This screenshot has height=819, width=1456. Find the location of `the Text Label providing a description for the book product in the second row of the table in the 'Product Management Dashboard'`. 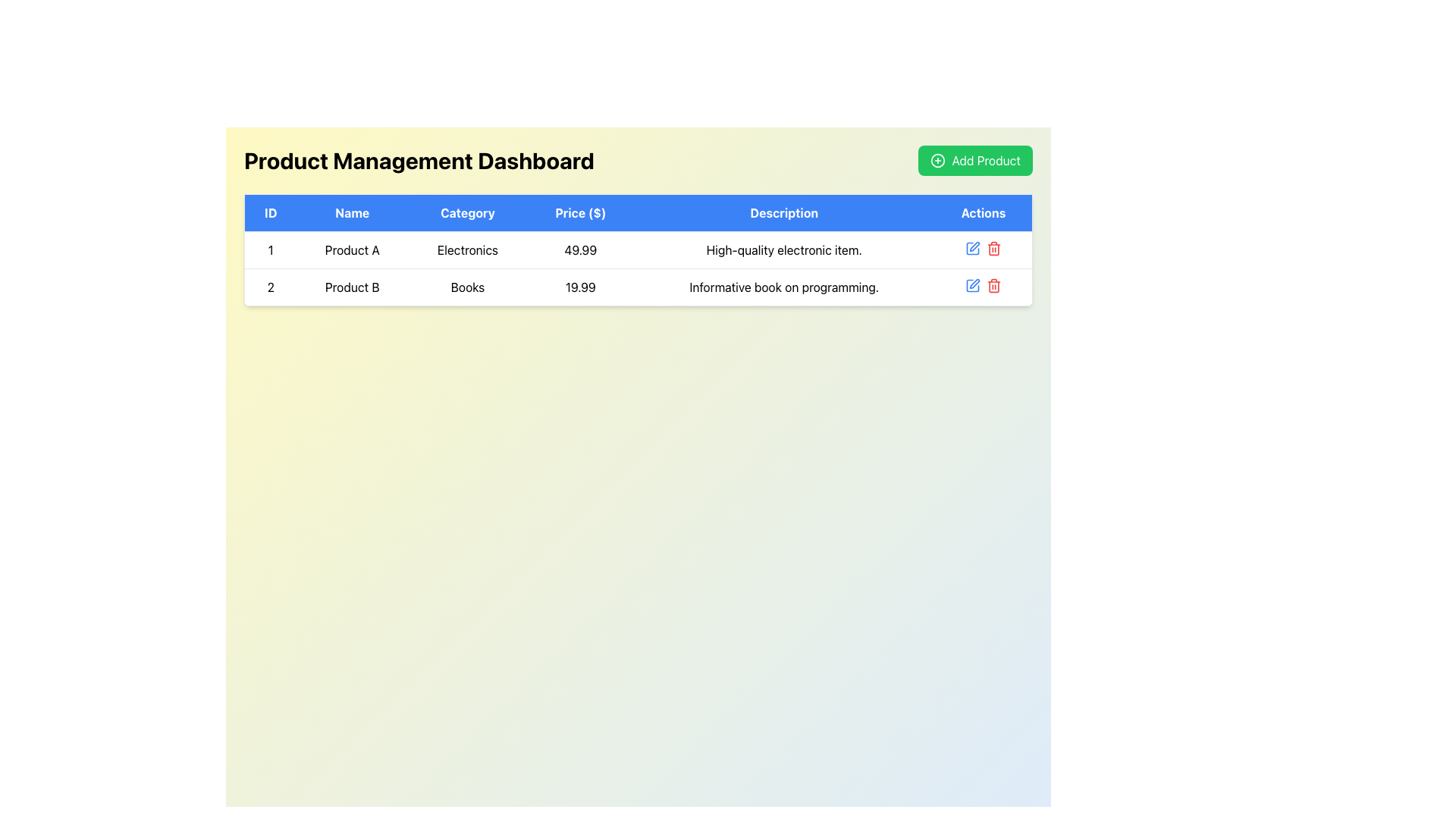

the Text Label providing a description for the book product in the second row of the table in the 'Product Management Dashboard' is located at coordinates (784, 287).